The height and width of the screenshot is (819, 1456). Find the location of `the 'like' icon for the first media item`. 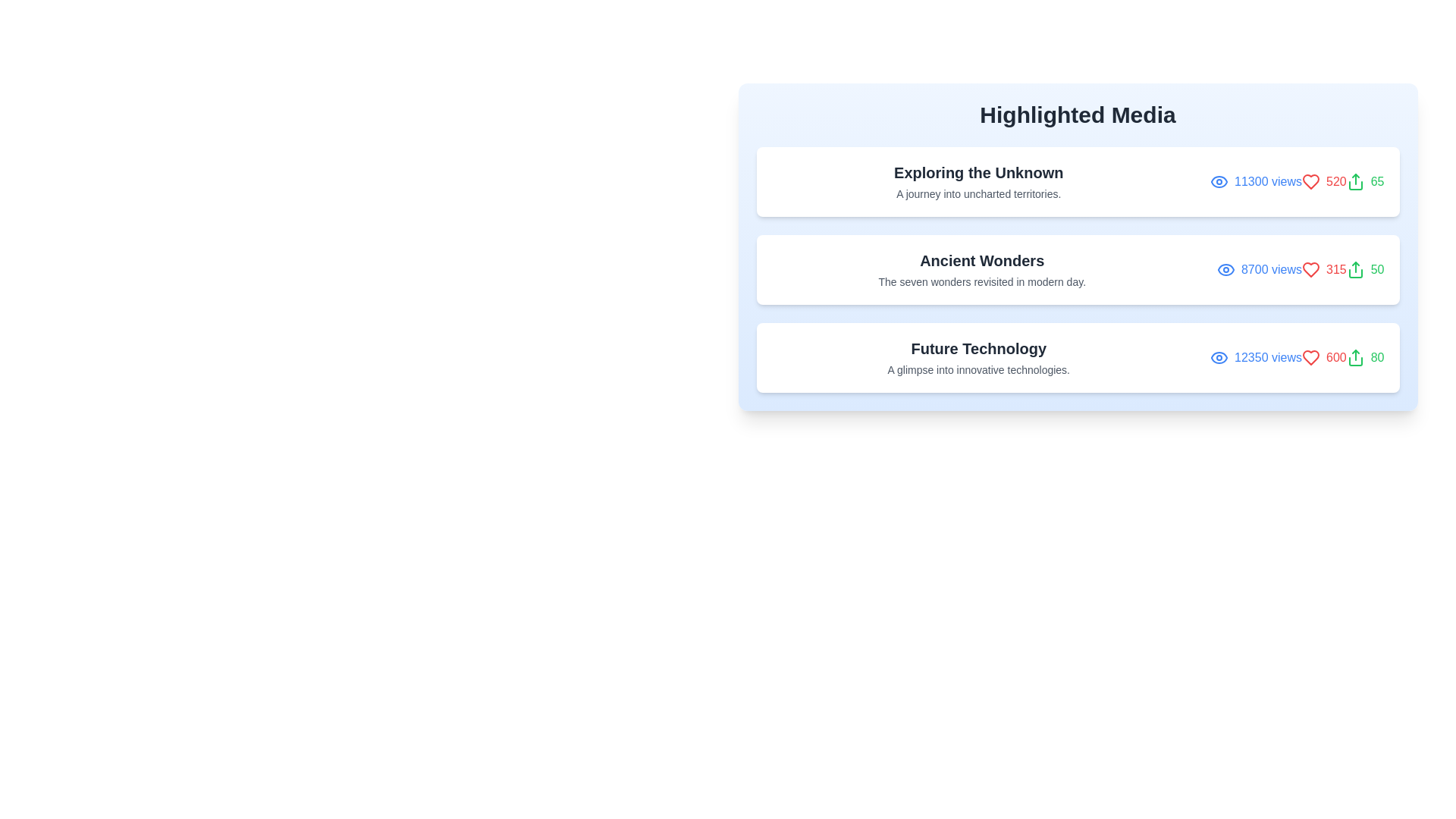

the 'like' icon for the first media item is located at coordinates (1310, 180).